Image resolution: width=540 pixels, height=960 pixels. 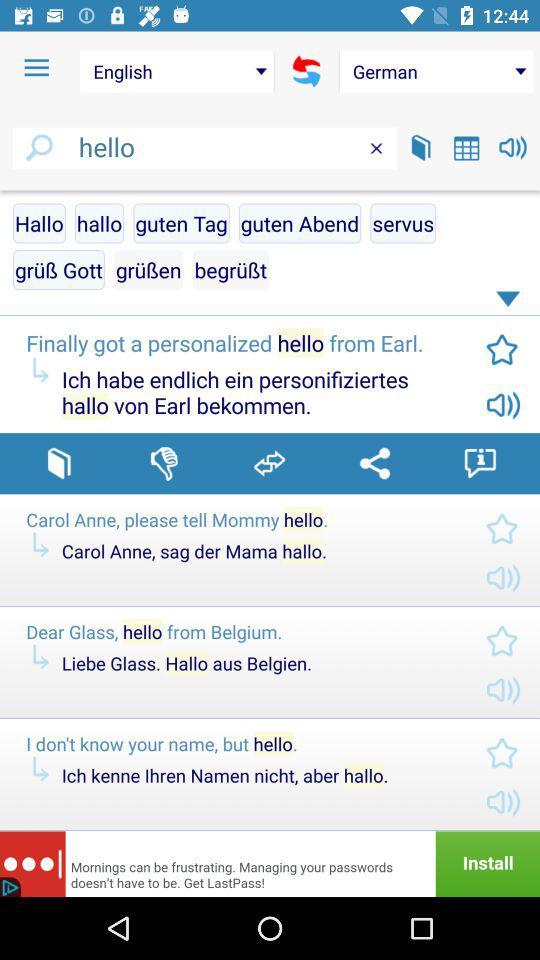 What do you see at coordinates (163, 463) in the screenshot?
I see `dislike this translation` at bounding box center [163, 463].